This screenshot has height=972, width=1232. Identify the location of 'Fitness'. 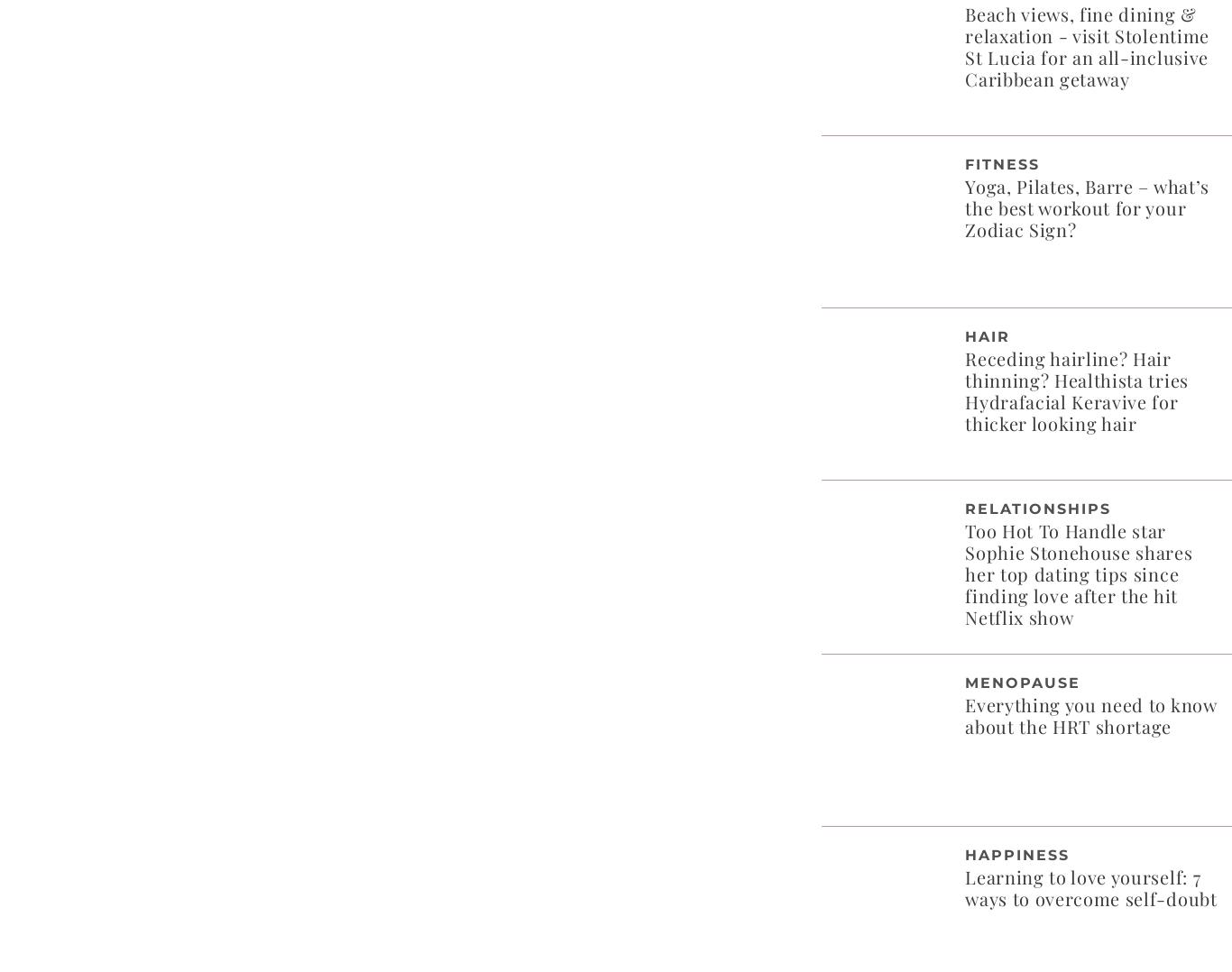
(1001, 162).